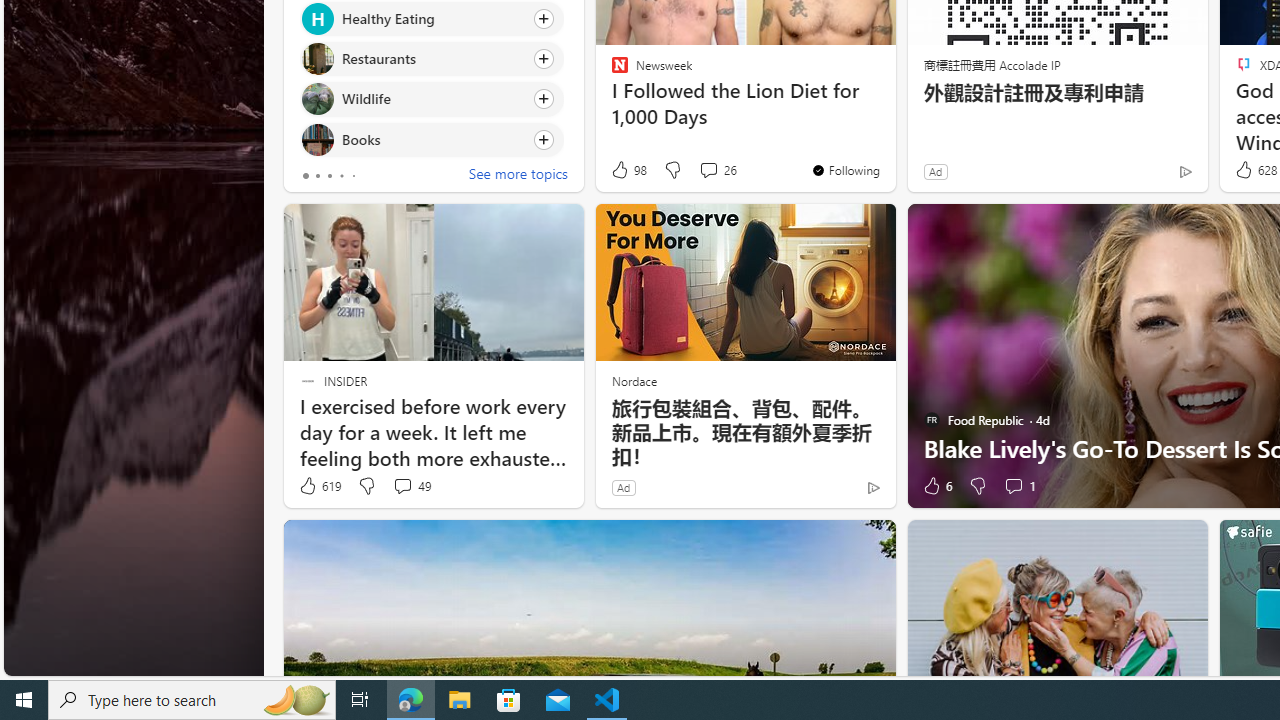 This screenshot has height=720, width=1280. Describe the element at coordinates (627, 169) in the screenshot. I see `'98 Like'` at that location.